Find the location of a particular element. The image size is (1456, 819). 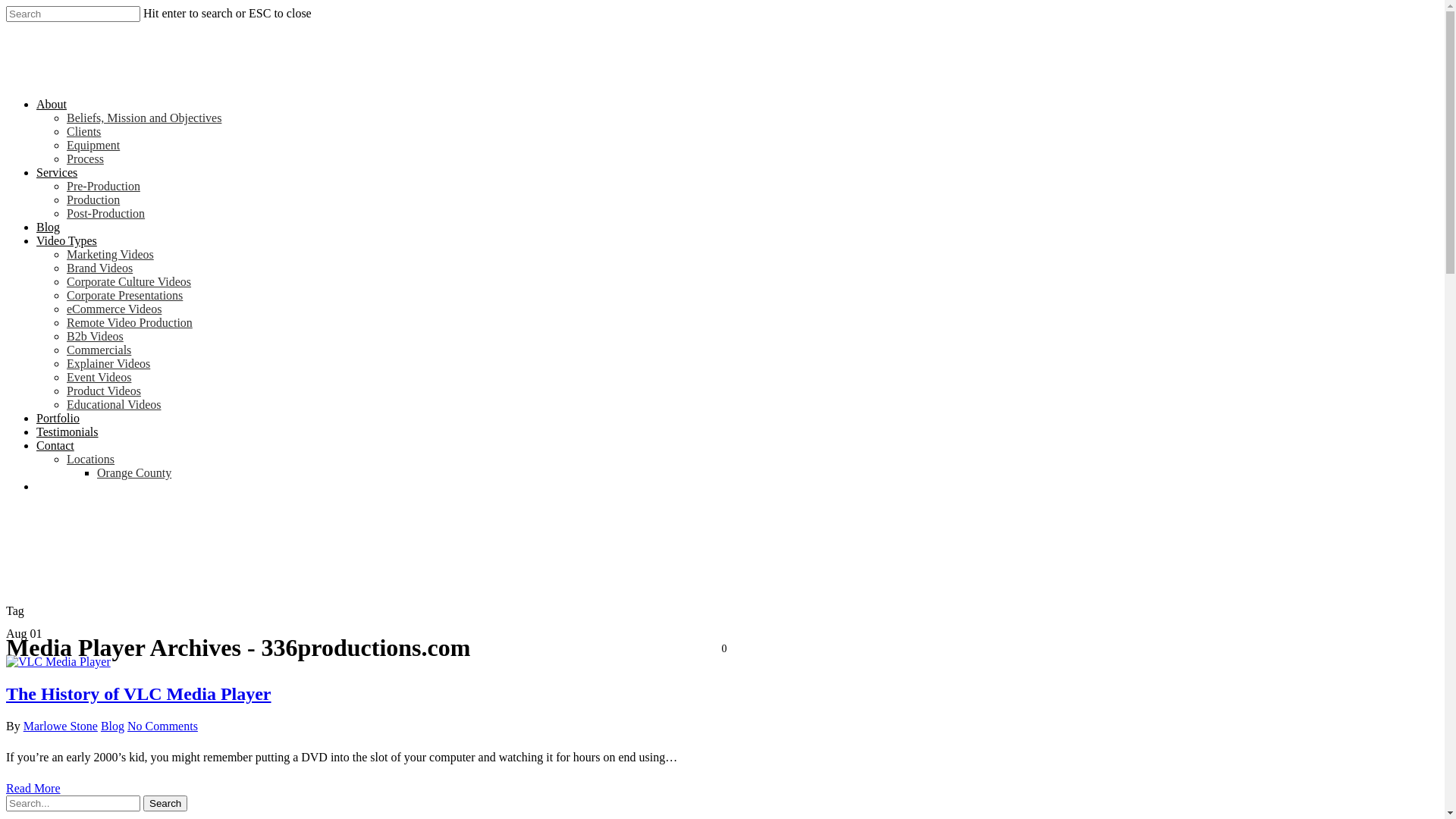

'Corporate Culture Videos' is located at coordinates (65, 281).